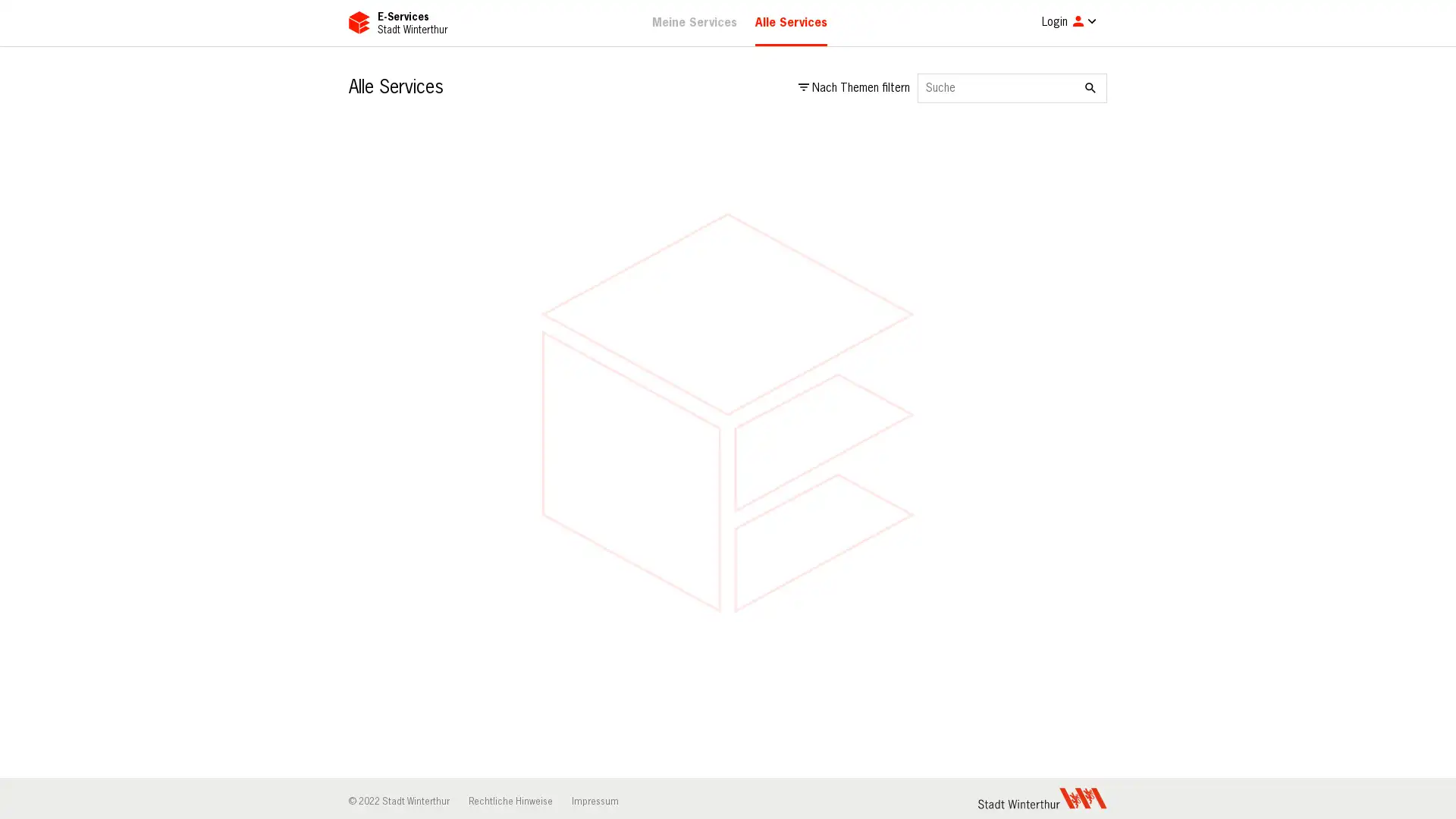 The width and height of the screenshot is (1456, 819). What do you see at coordinates (1084, 314) in the screenshot?
I see `Service Anzeige erstatten zu Meine Services hinzufugen` at bounding box center [1084, 314].